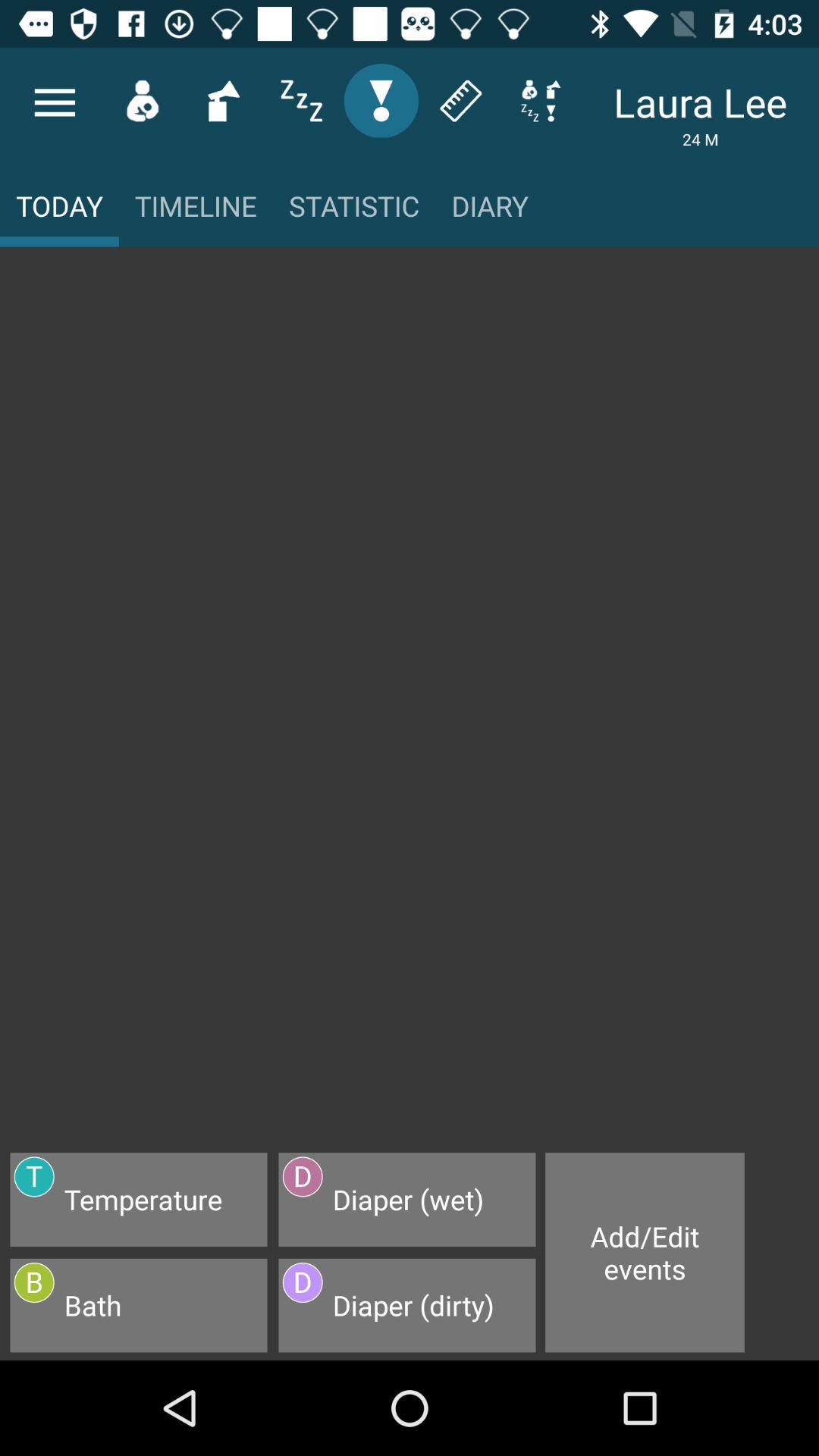  I want to click on the more icon, so click(539, 99).